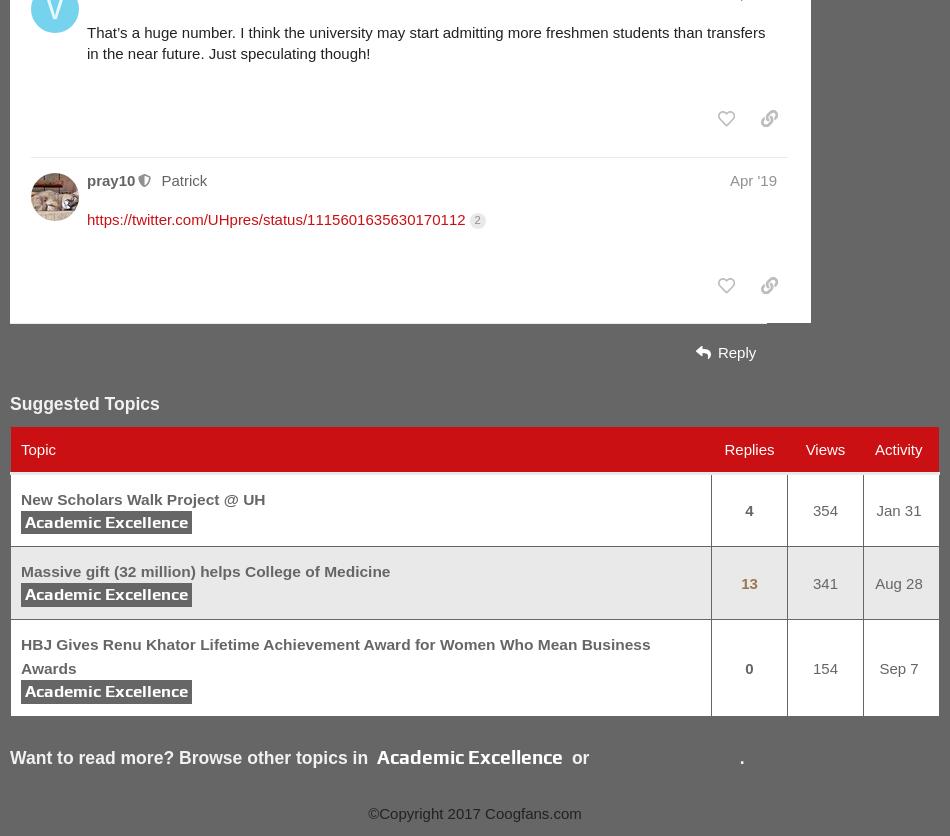 The image size is (950, 836). What do you see at coordinates (580, 757) in the screenshot?
I see `'or'` at bounding box center [580, 757].